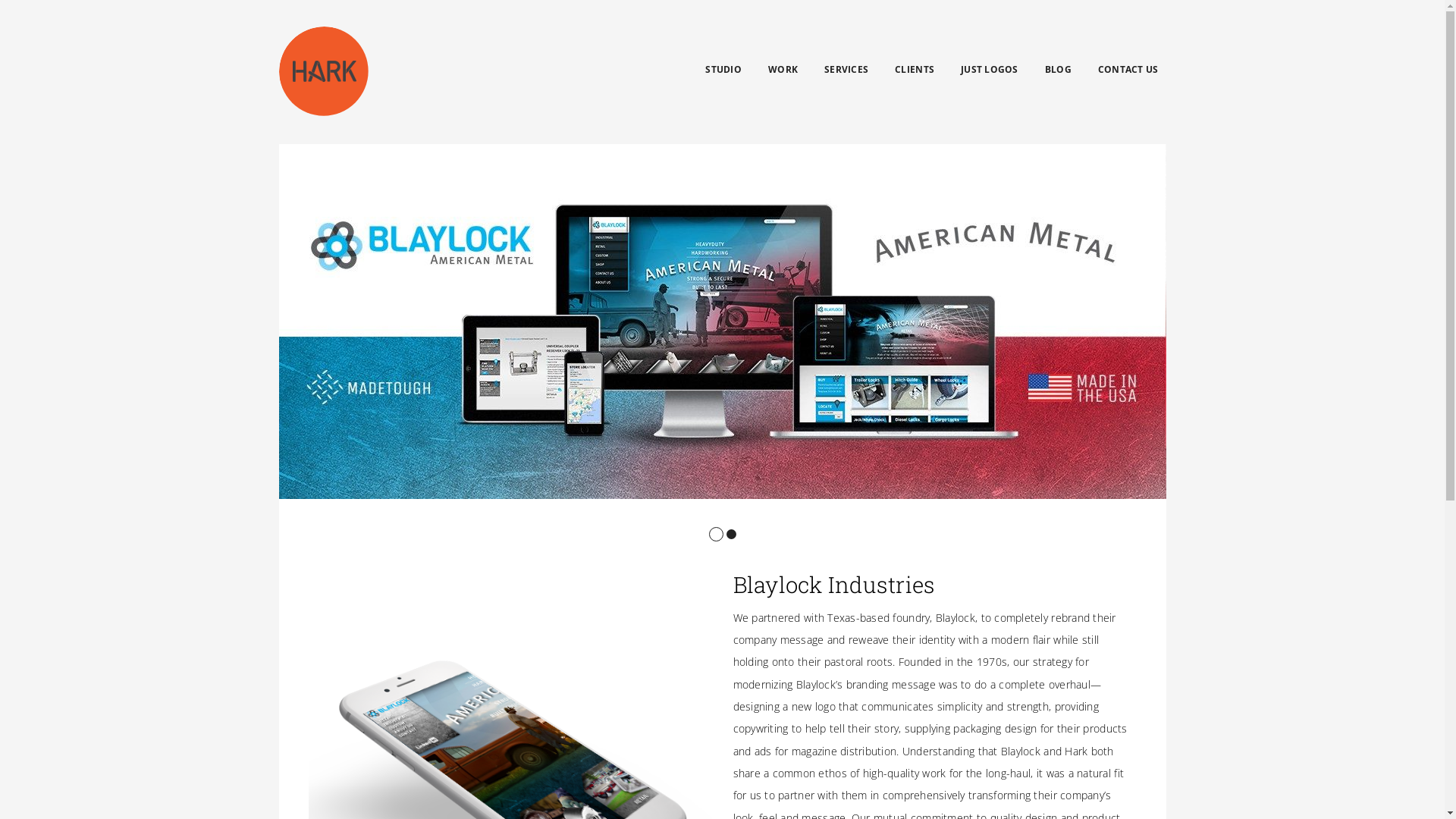 Image resolution: width=1456 pixels, height=819 pixels. Describe the element at coordinates (913, 70) in the screenshot. I see `'CLIENTS'` at that location.